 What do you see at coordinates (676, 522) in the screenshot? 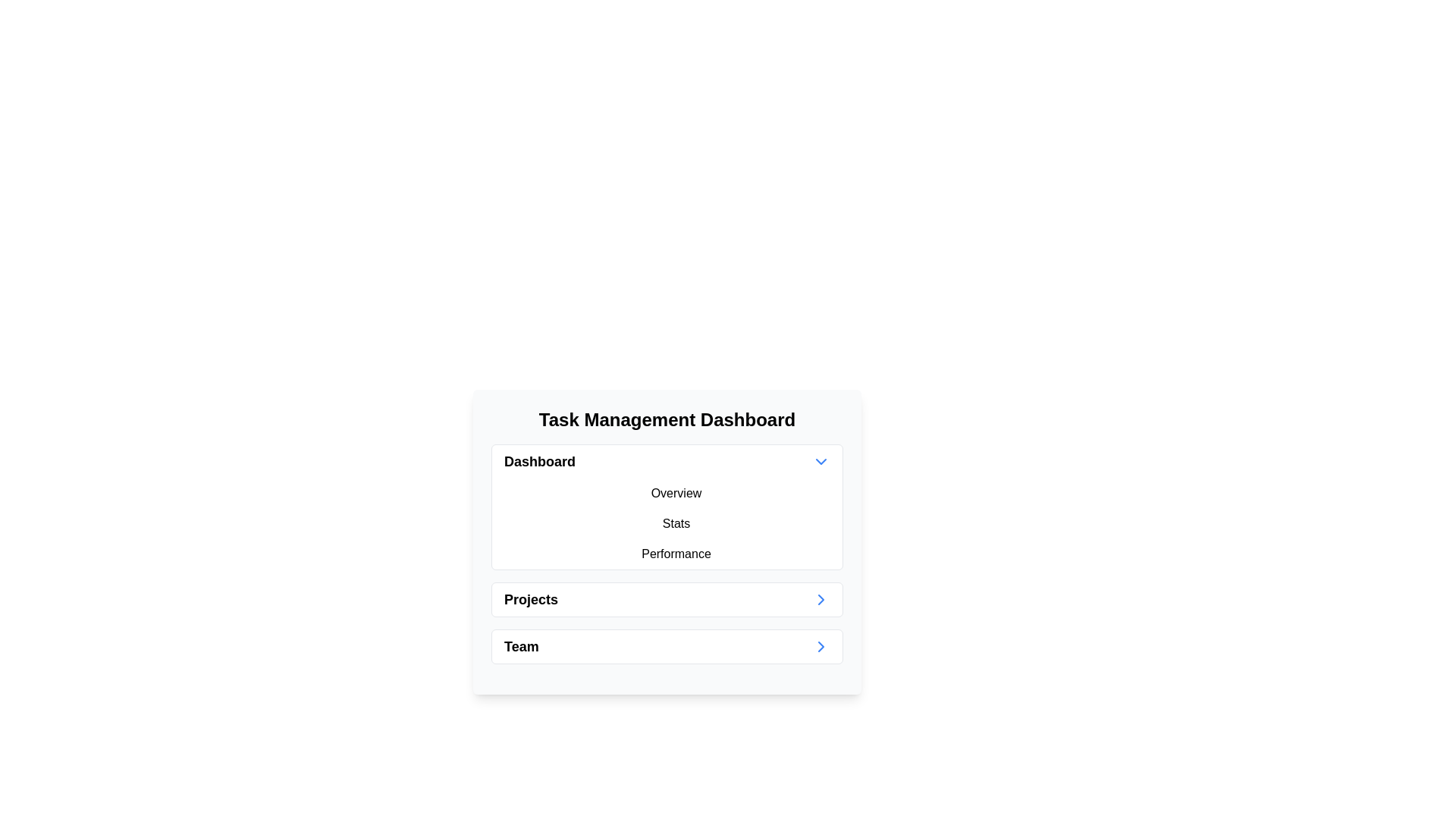
I see `the 'Stats' button, which is the second item in the vertical list under the 'Dashboard' section in the 'Task Management Dashboard' panel` at bounding box center [676, 522].